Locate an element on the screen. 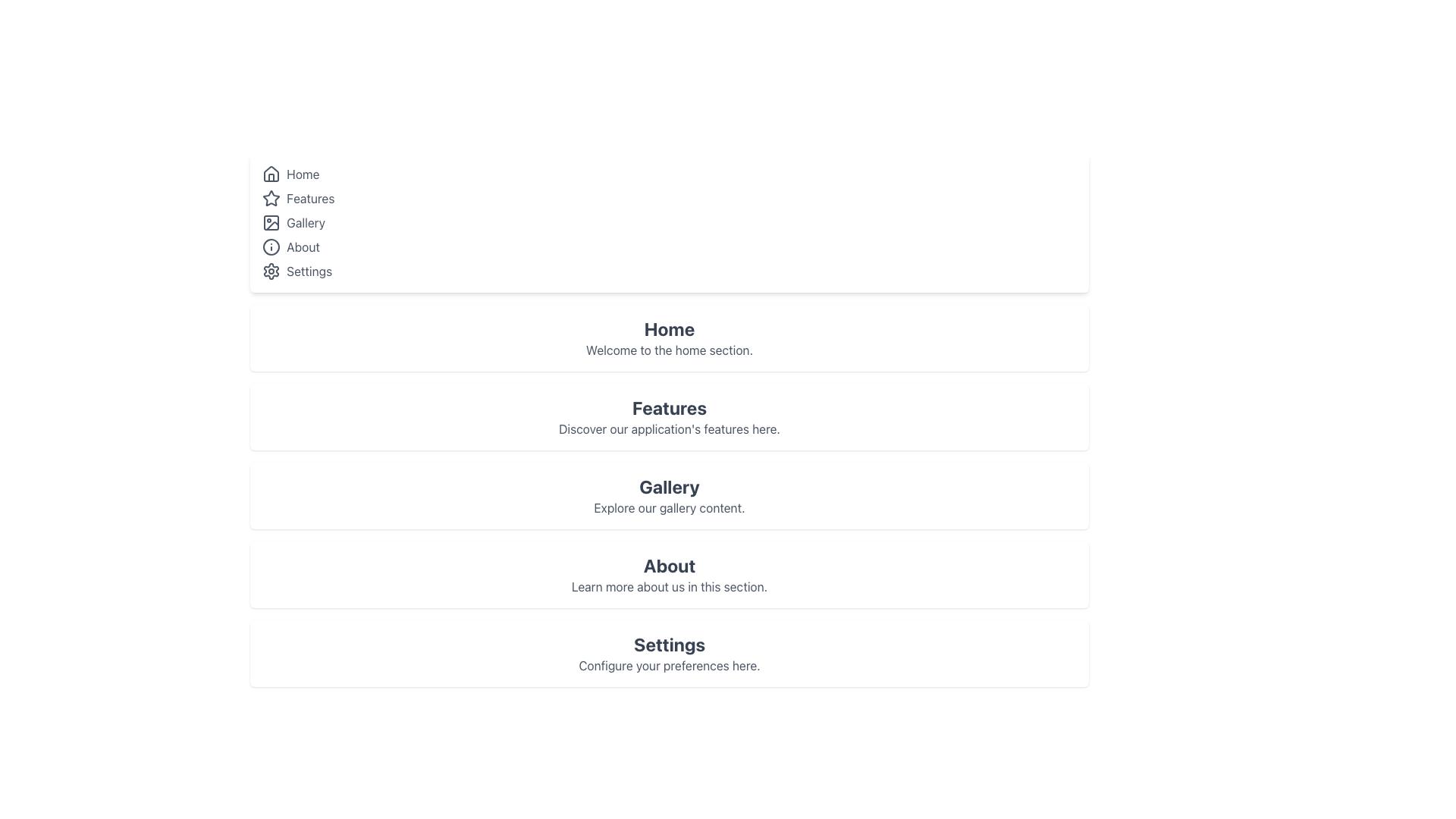 The height and width of the screenshot is (819, 1456). the 'Gallery' Icon located to the left of the word 'Gallery' in the vertical navigation menu is located at coordinates (271, 222).